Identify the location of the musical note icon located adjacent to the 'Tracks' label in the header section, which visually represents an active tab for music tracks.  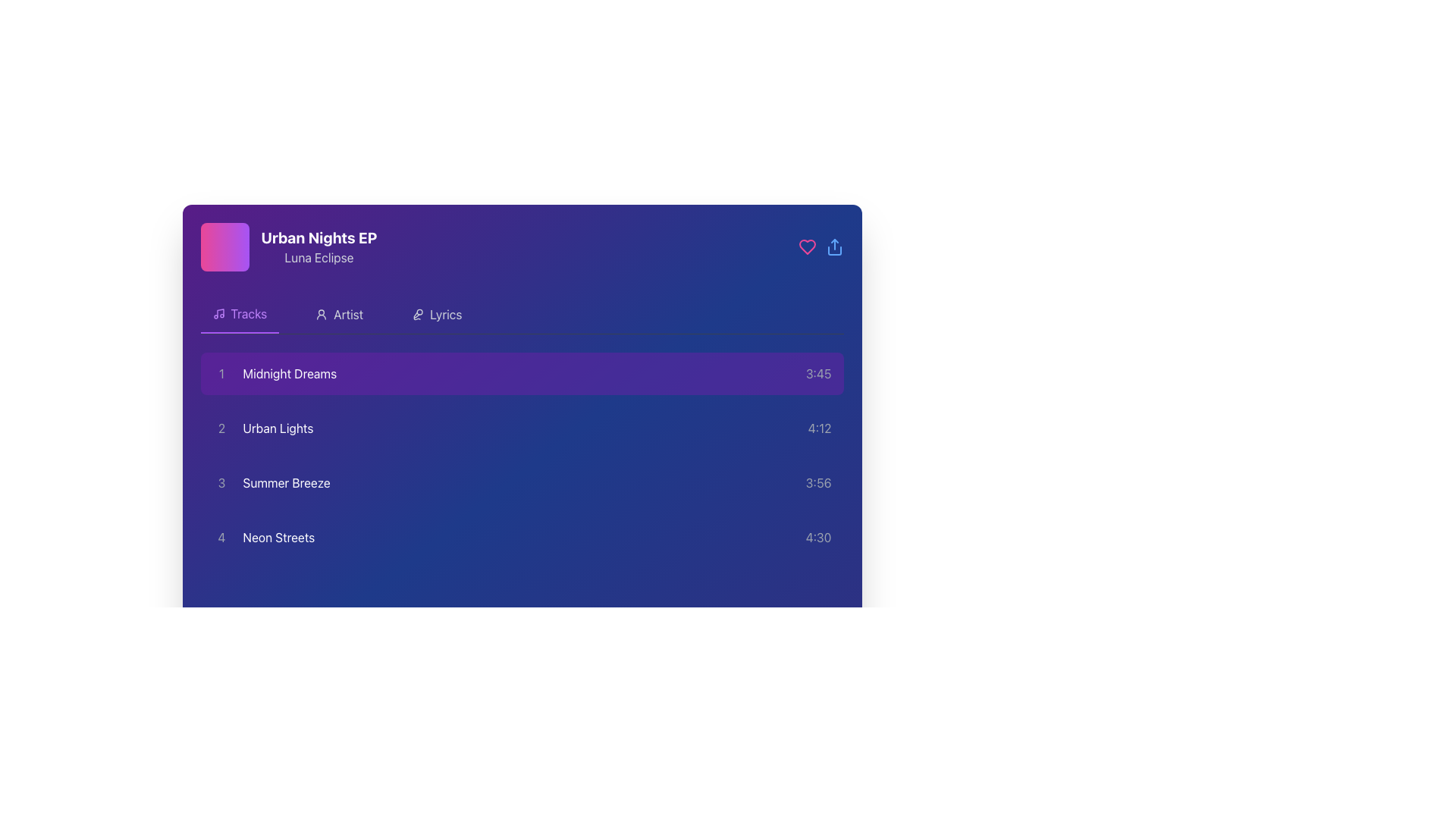
(219, 312).